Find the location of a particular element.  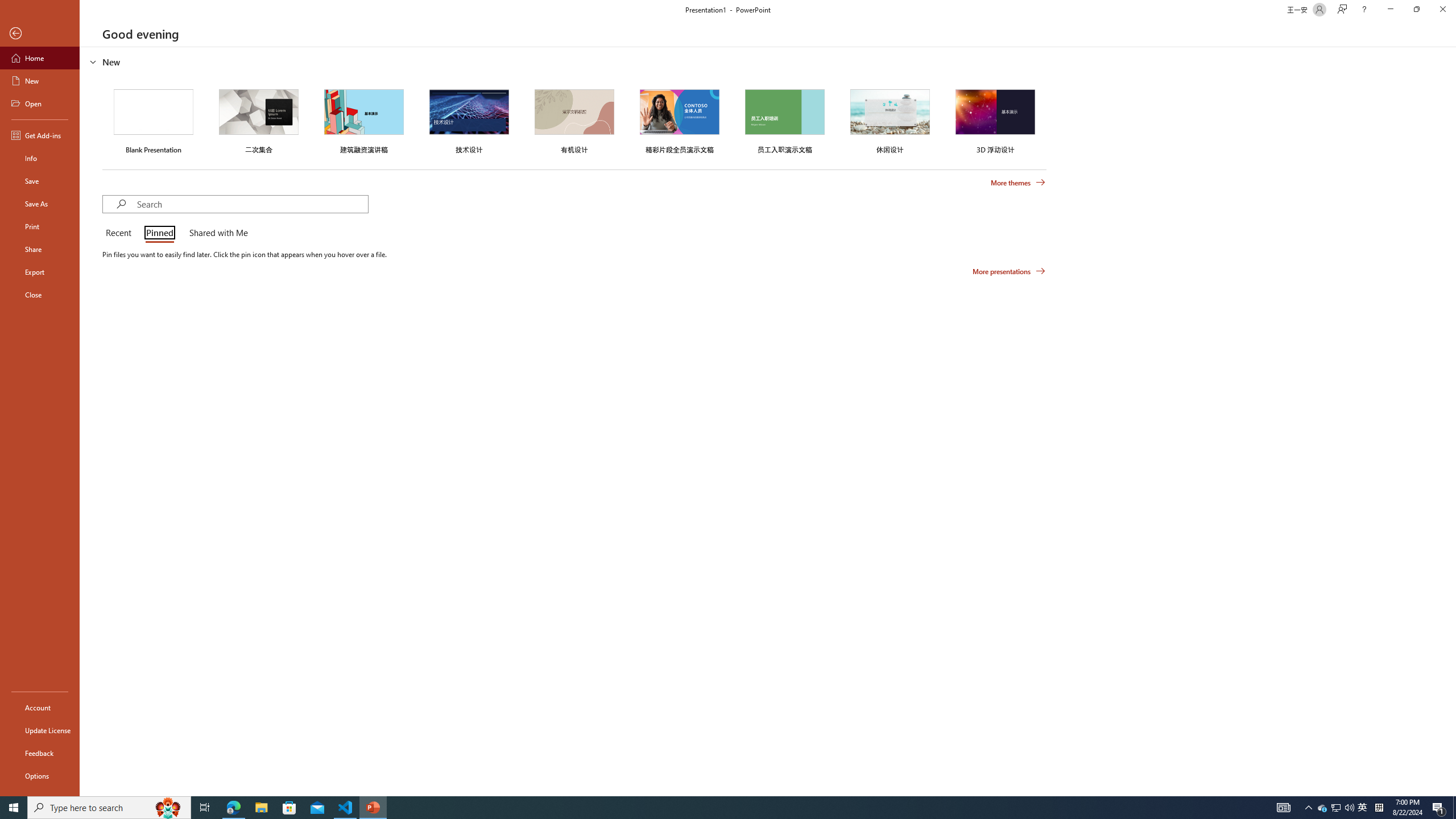

'Class: NetUIScrollBar' is located at coordinates (1451, 421).